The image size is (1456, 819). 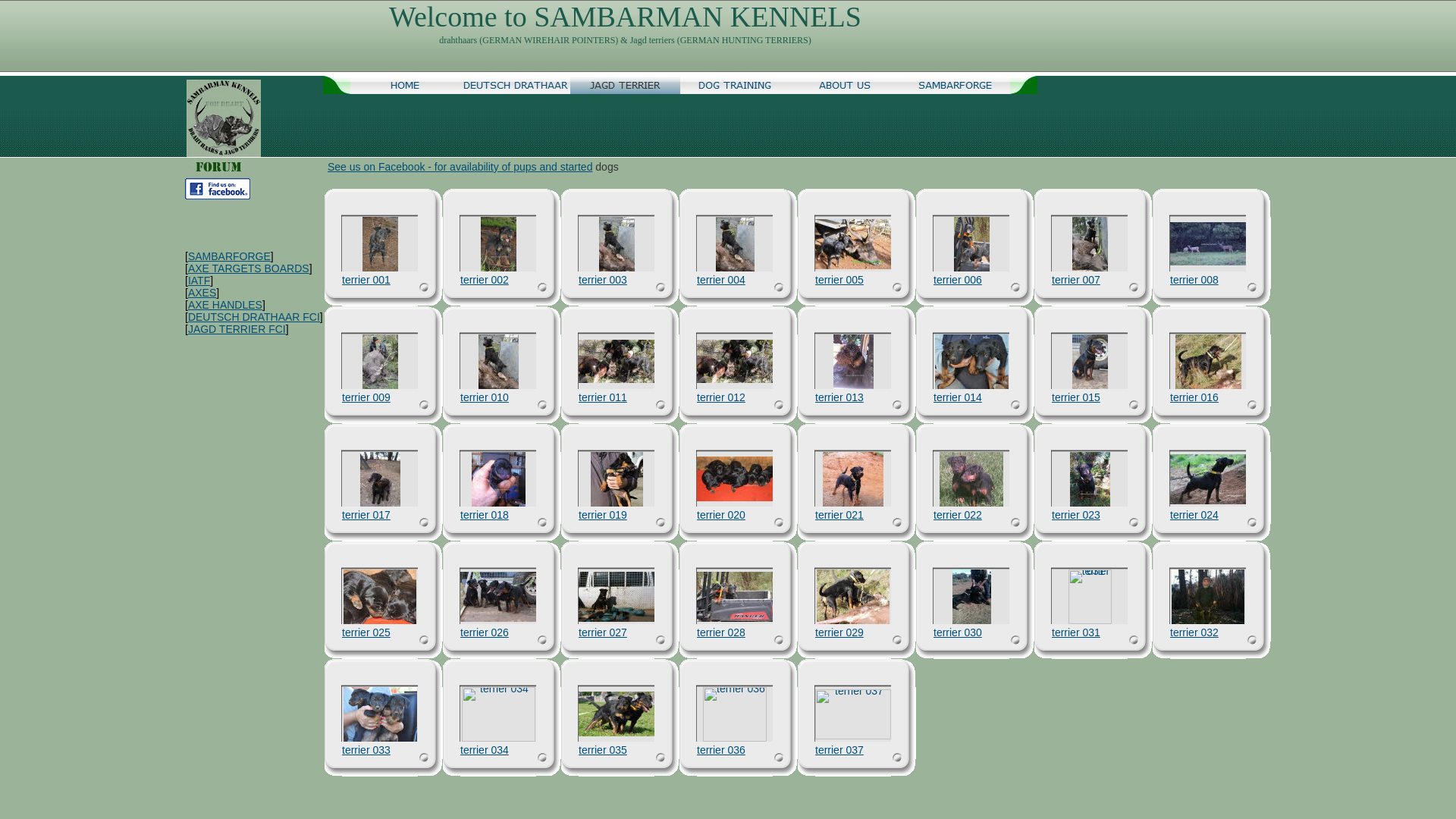 I want to click on 'terrier 018', so click(x=483, y=513).